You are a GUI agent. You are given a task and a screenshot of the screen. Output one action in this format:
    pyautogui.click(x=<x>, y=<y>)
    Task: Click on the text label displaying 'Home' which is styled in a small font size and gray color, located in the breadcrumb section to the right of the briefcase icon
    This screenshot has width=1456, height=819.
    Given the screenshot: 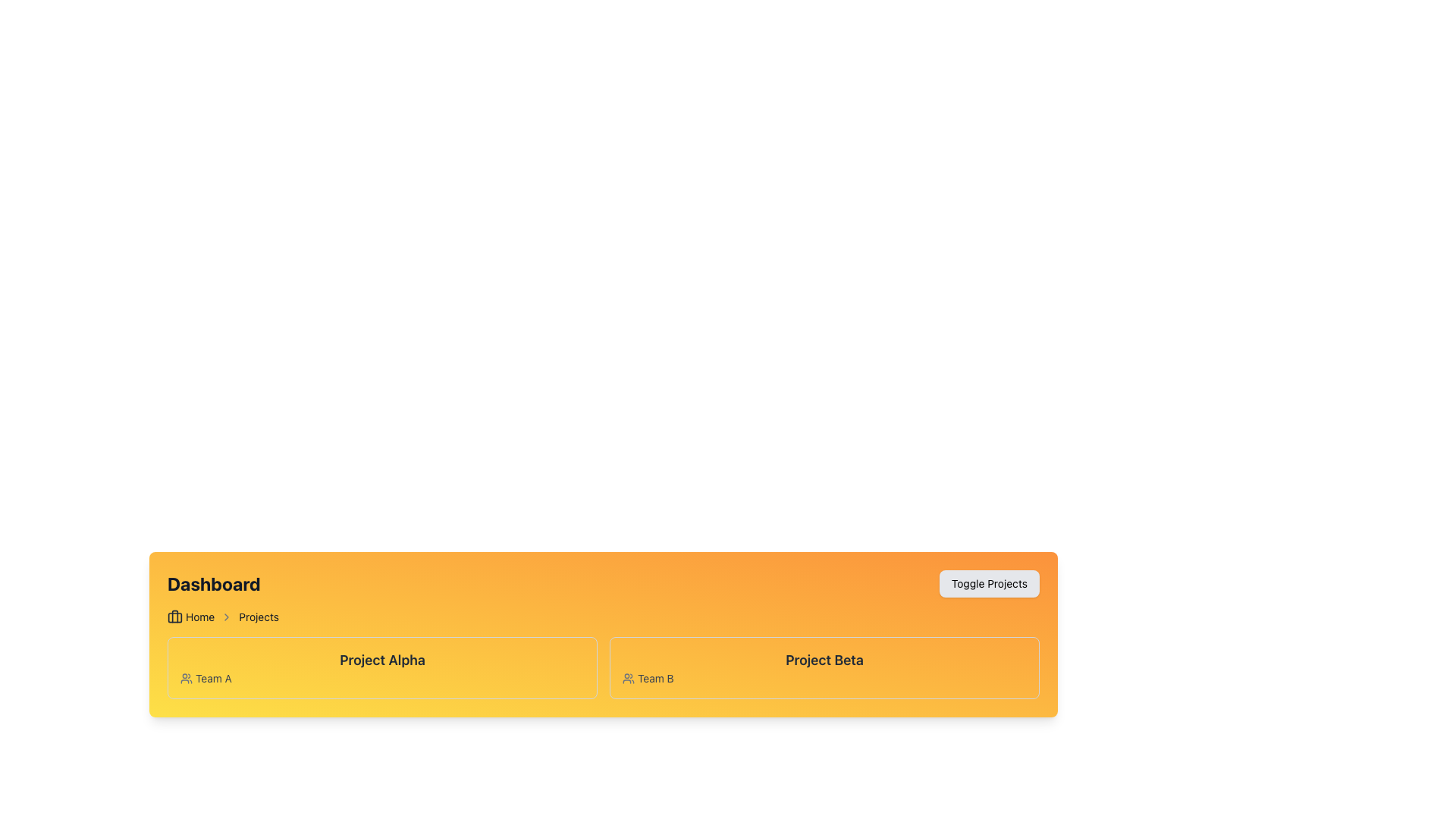 What is the action you would take?
    pyautogui.click(x=199, y=617)
    